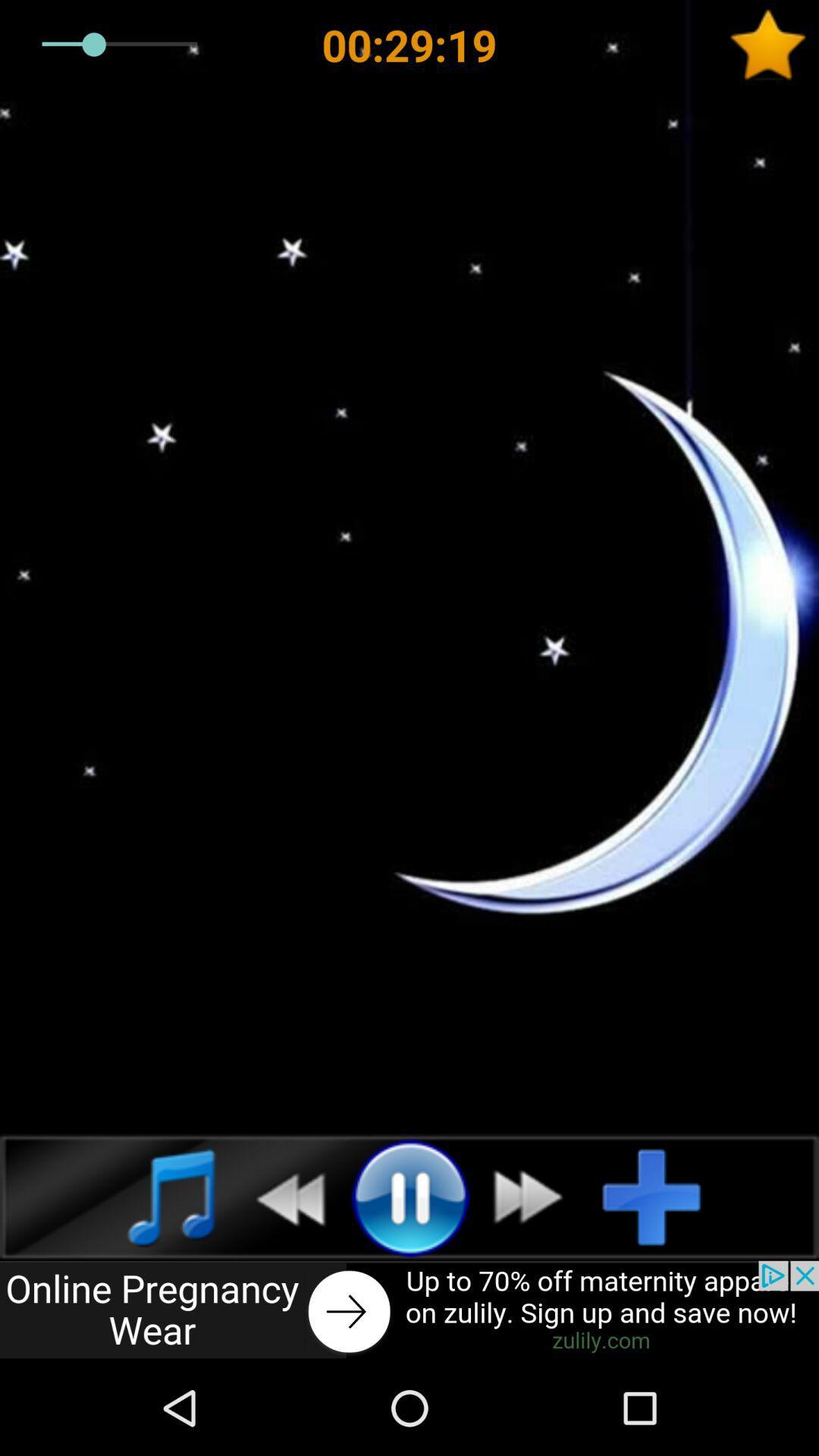  Describe the element at coordinates (773, 45) in the screenshot. I see `the star icon` at that location.